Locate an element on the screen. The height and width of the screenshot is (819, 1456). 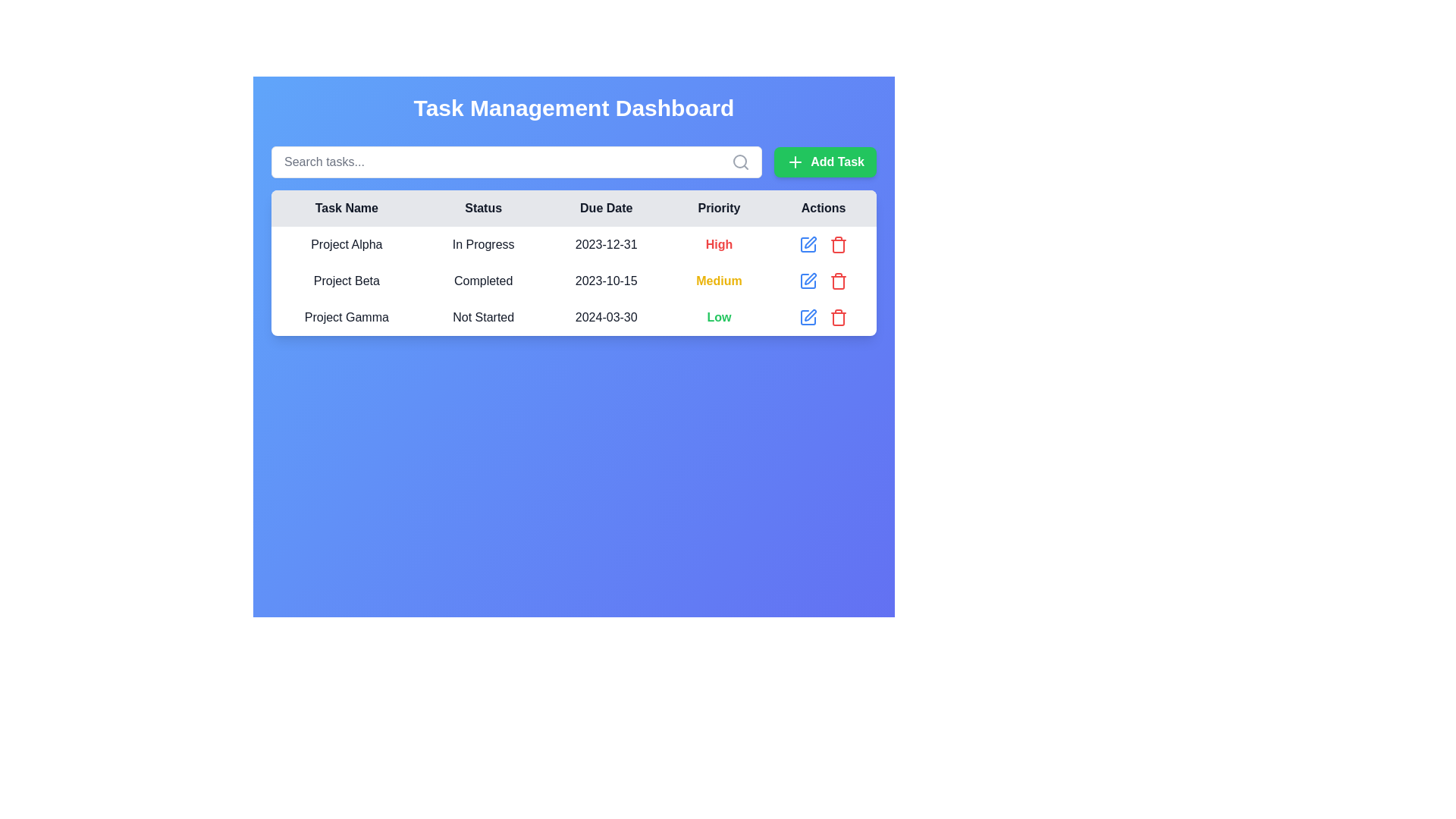
the 'Due Date' text label displaying the due date for 'Project Gamma' in the third column of the bottom-most row in the table is located at coordinates (605, 317).